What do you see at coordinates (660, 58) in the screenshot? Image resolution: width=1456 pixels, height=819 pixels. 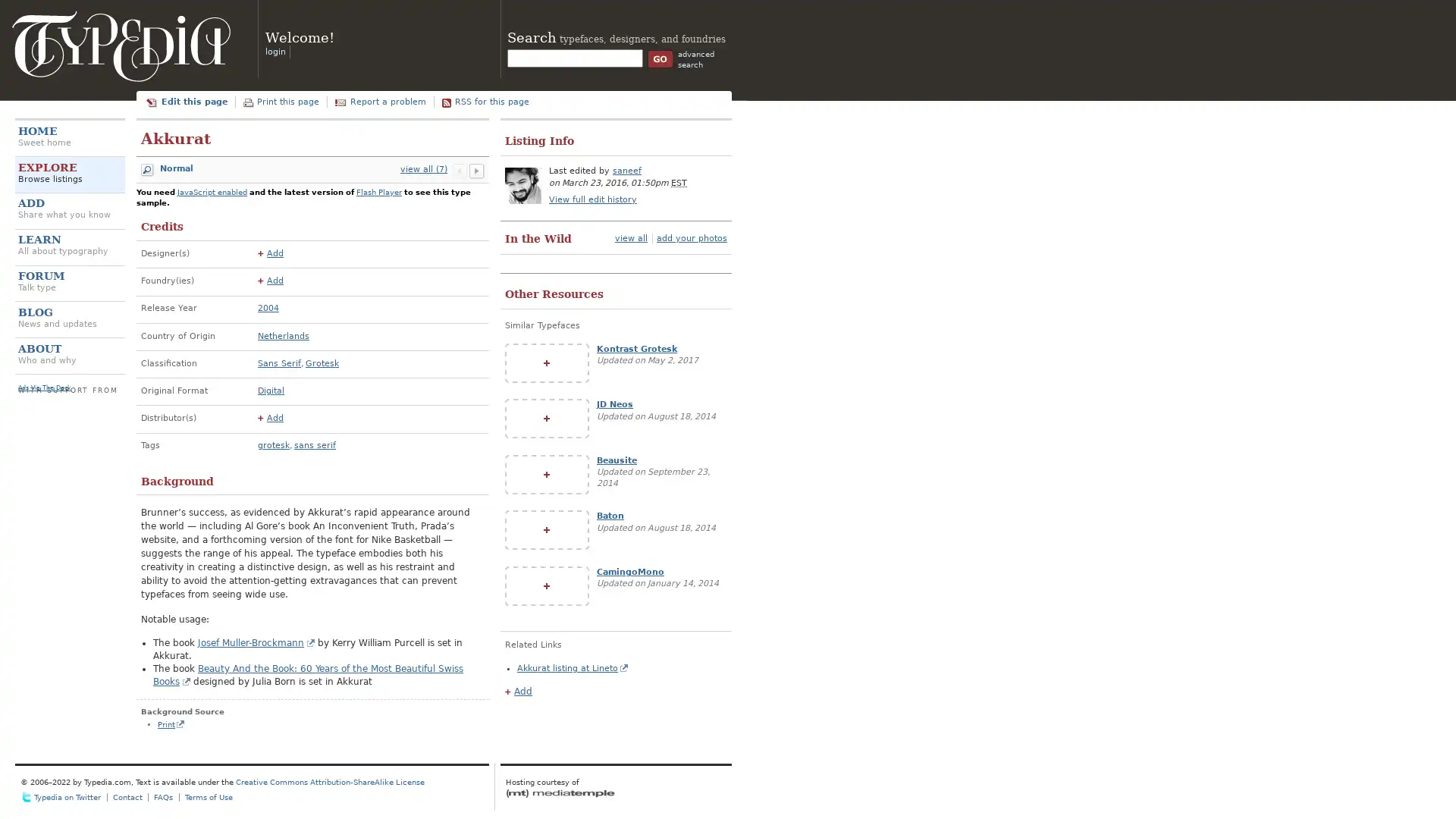 I see `Go` at bounding box center [660, 58].